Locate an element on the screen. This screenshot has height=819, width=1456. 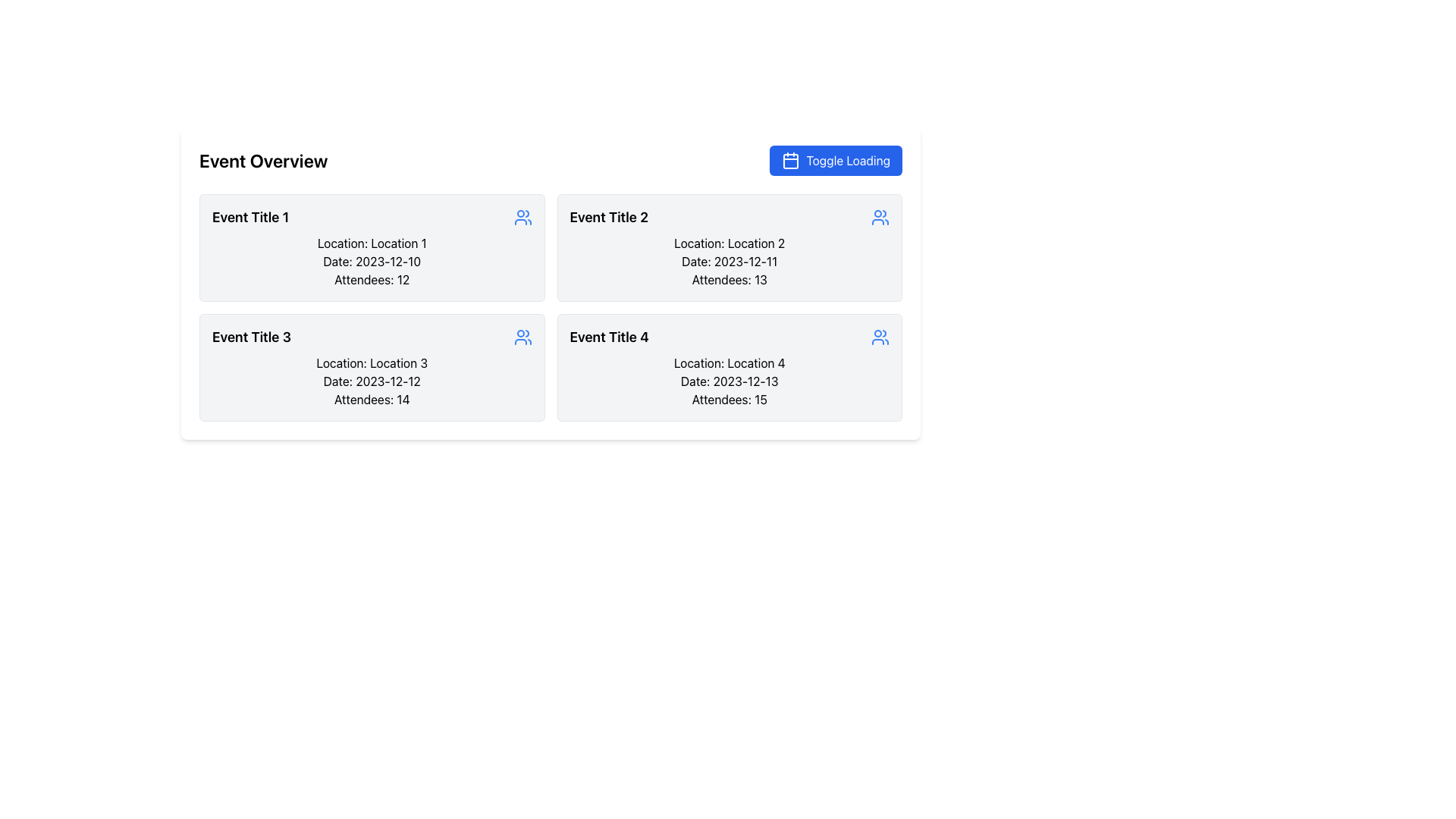
the 'Toggle Loading' button located at the top-right corner, next to 'Event Overview' is located at coordinates (835, 161).